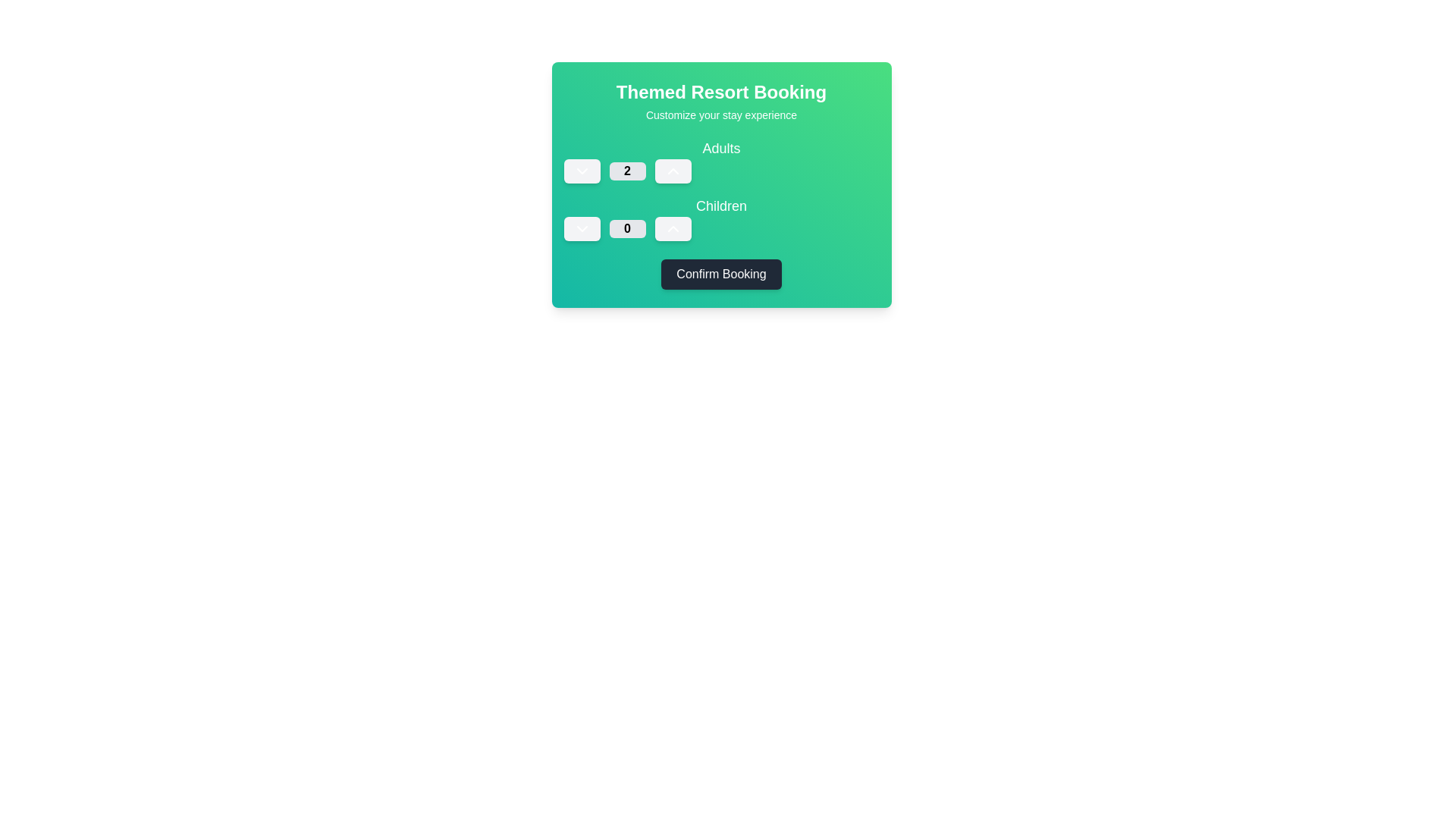 The image size is (1456, 819). I want to click on the 'Confirm Booking' button with rounded corners, dark gray background, and white text located centrally in the bottom section of the 'Themed Resort Booking' card interface to confirm booking, so click(720, 275).